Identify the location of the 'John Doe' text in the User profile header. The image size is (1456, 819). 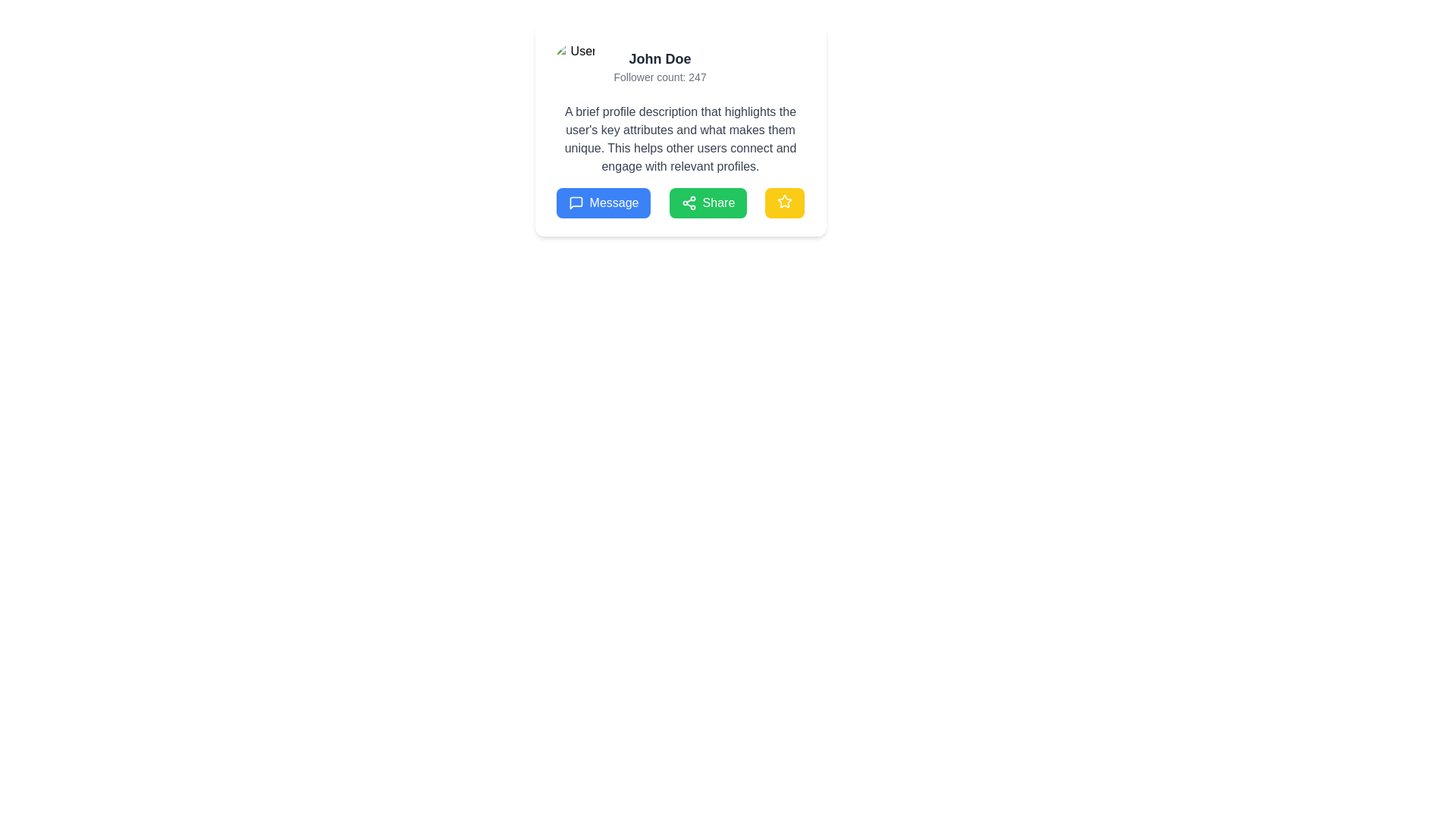
(679, 66).